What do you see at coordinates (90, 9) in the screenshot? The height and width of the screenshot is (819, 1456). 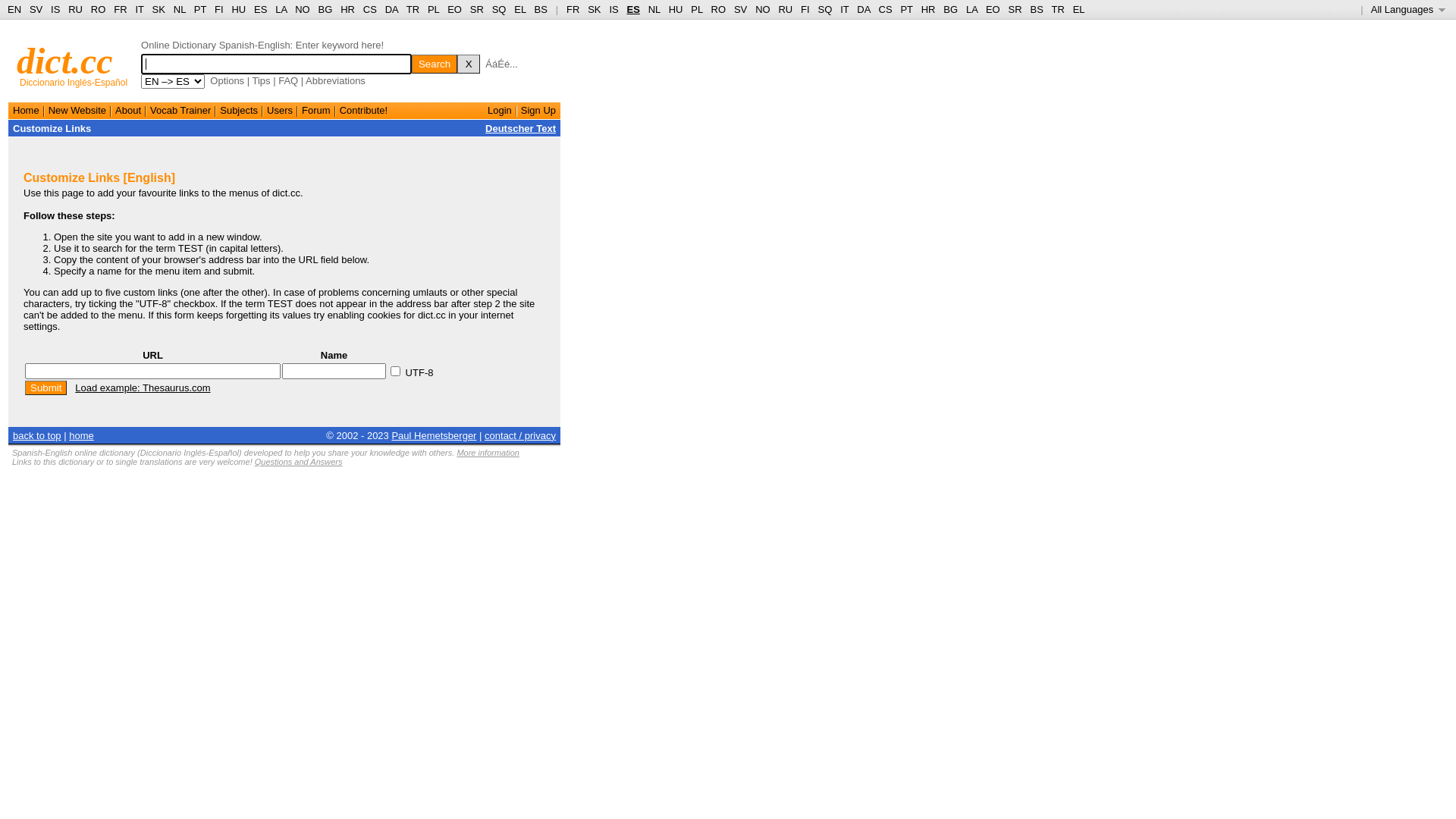 I see `'RO'` at bounding box center [90, 9].